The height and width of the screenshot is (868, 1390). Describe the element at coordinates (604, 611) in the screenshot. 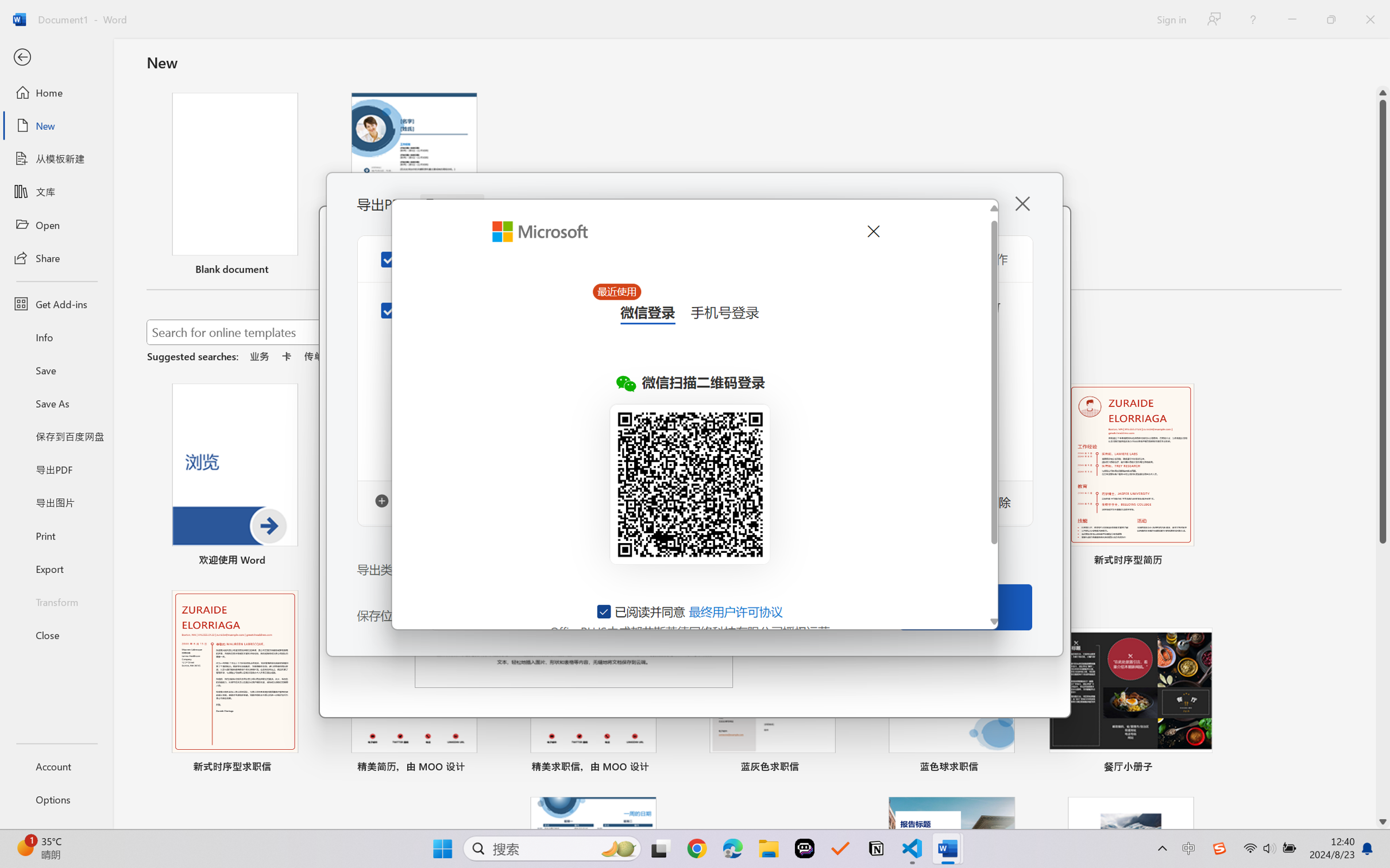

I see `'AutomationID: checkbox-14'` at that location.